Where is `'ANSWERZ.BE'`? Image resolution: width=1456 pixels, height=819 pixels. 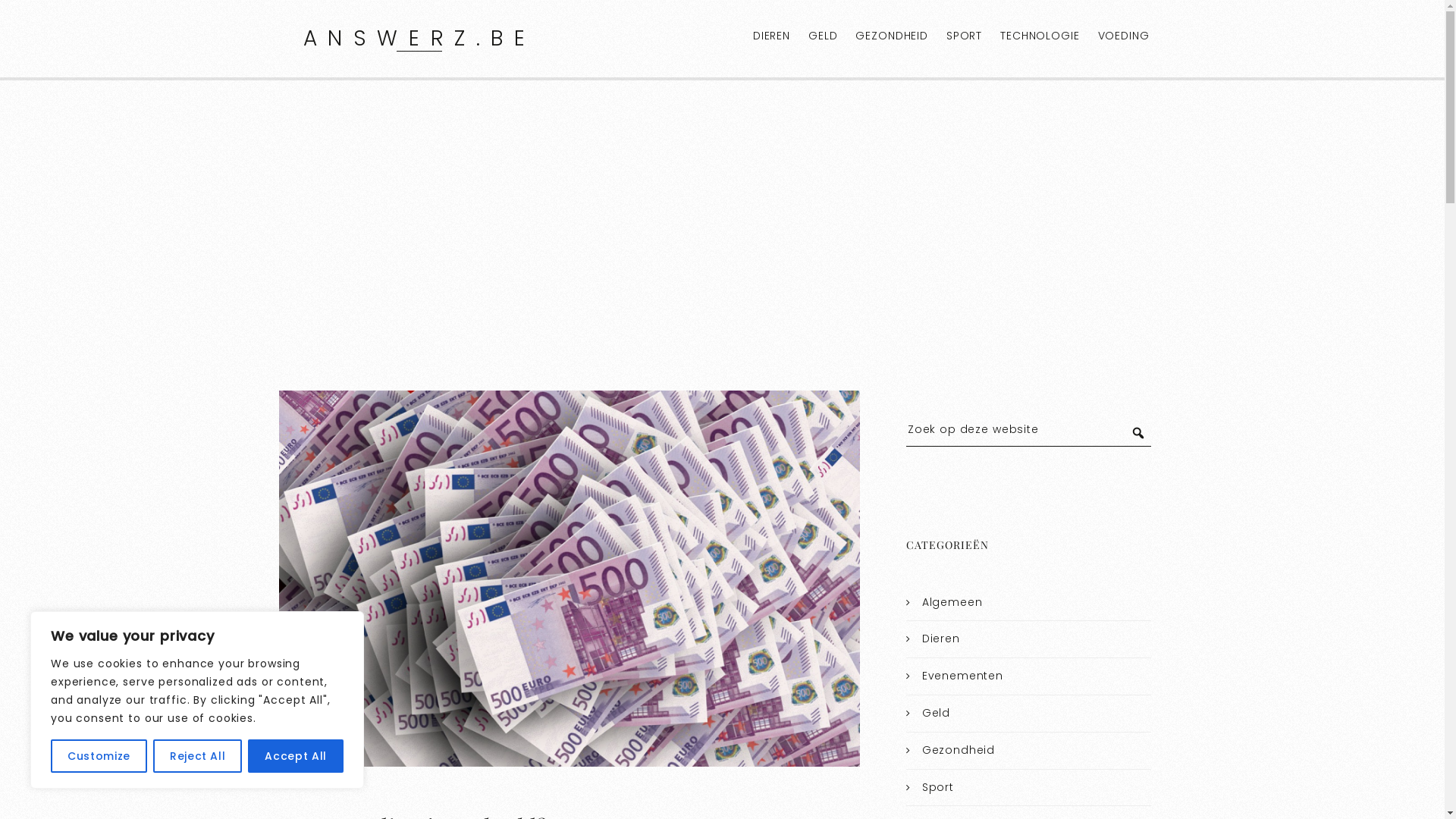 'ANSWERZ.BE' is located at coordinates (419, 37).